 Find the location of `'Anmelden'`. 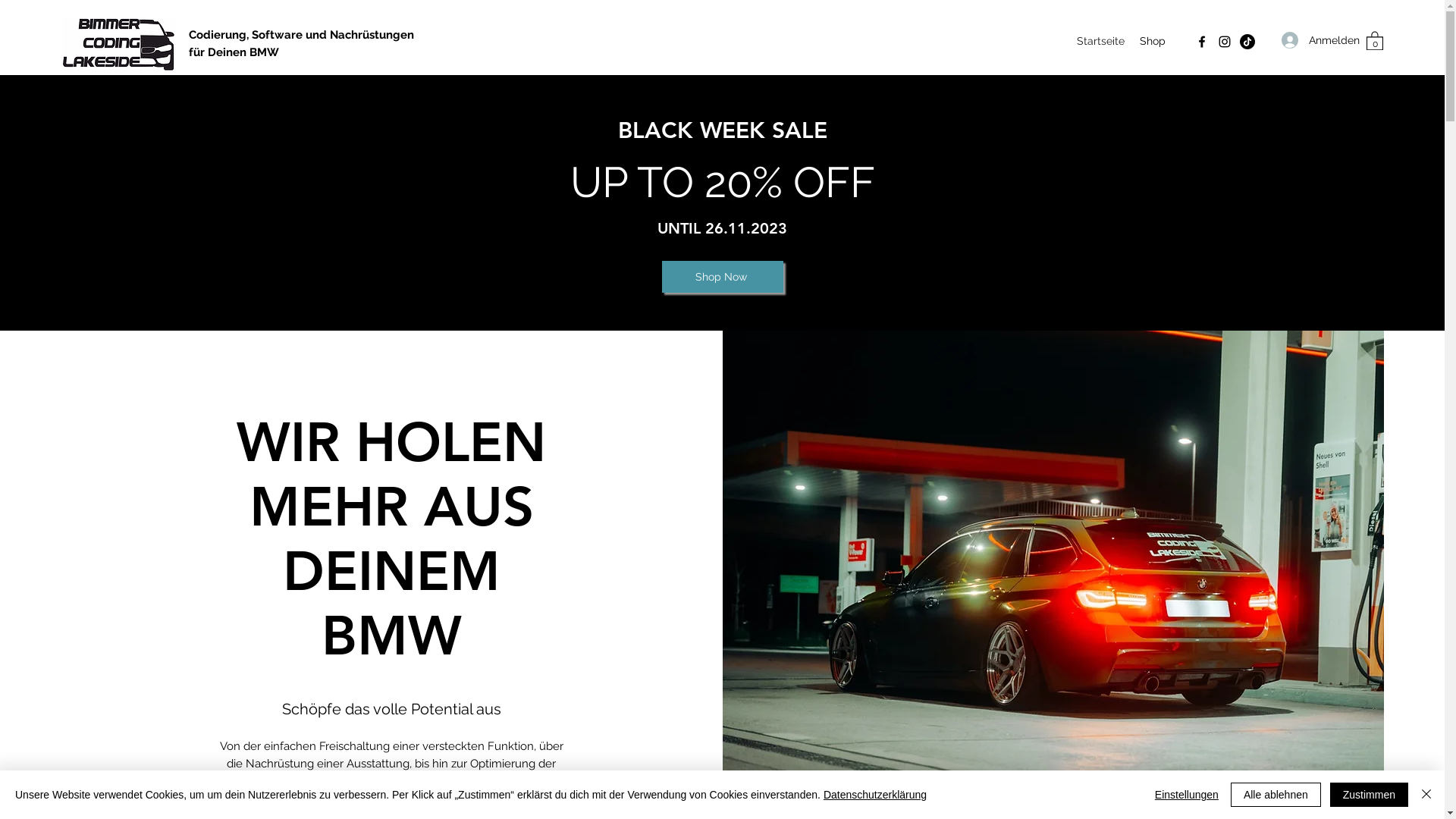

'Anmelden' is located at coordinates (1302, 39).